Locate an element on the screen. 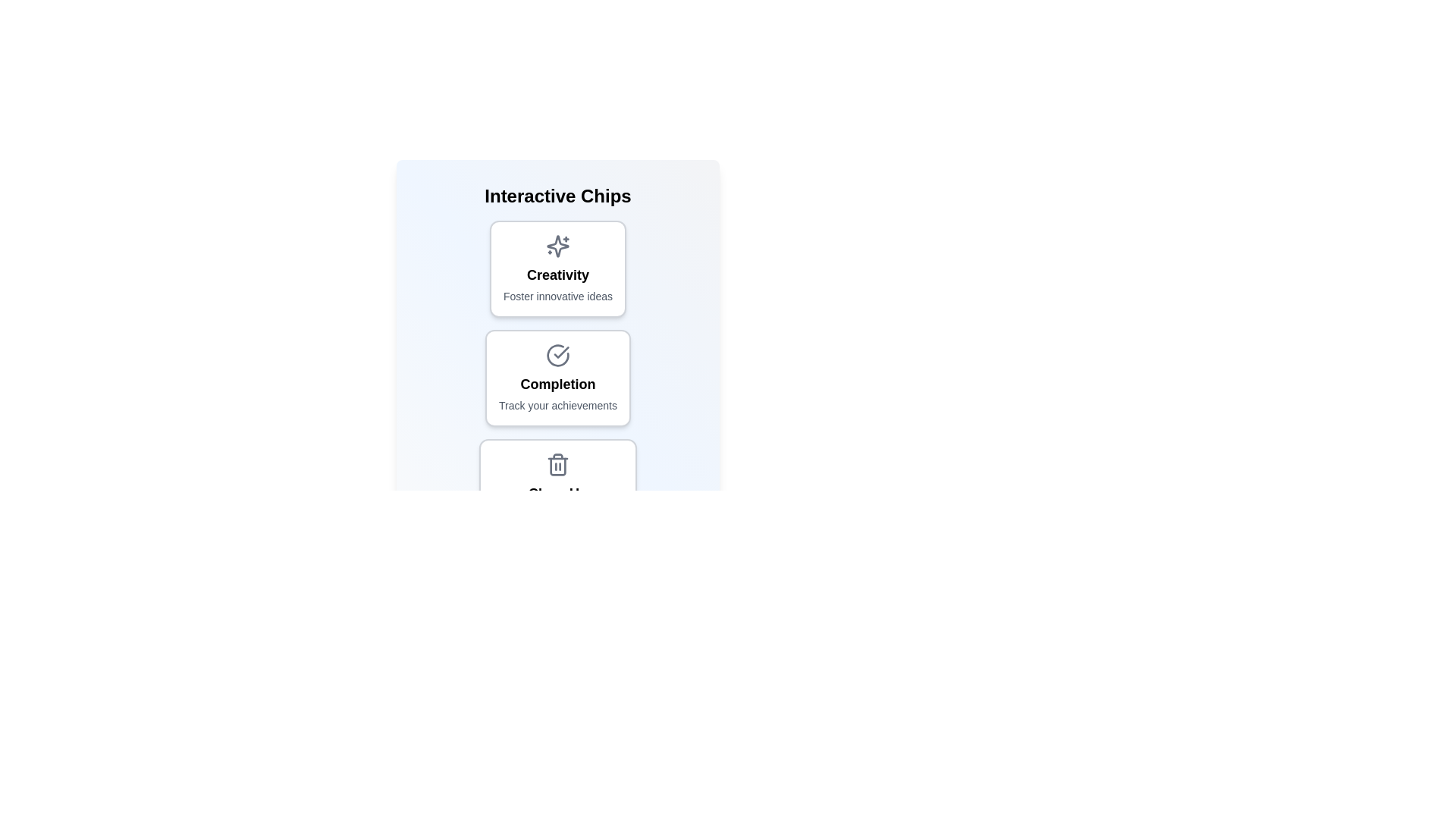 The height and width of the screenshot is (819, 1456). the chip labeled Completion is located at coordinates (557, 377).